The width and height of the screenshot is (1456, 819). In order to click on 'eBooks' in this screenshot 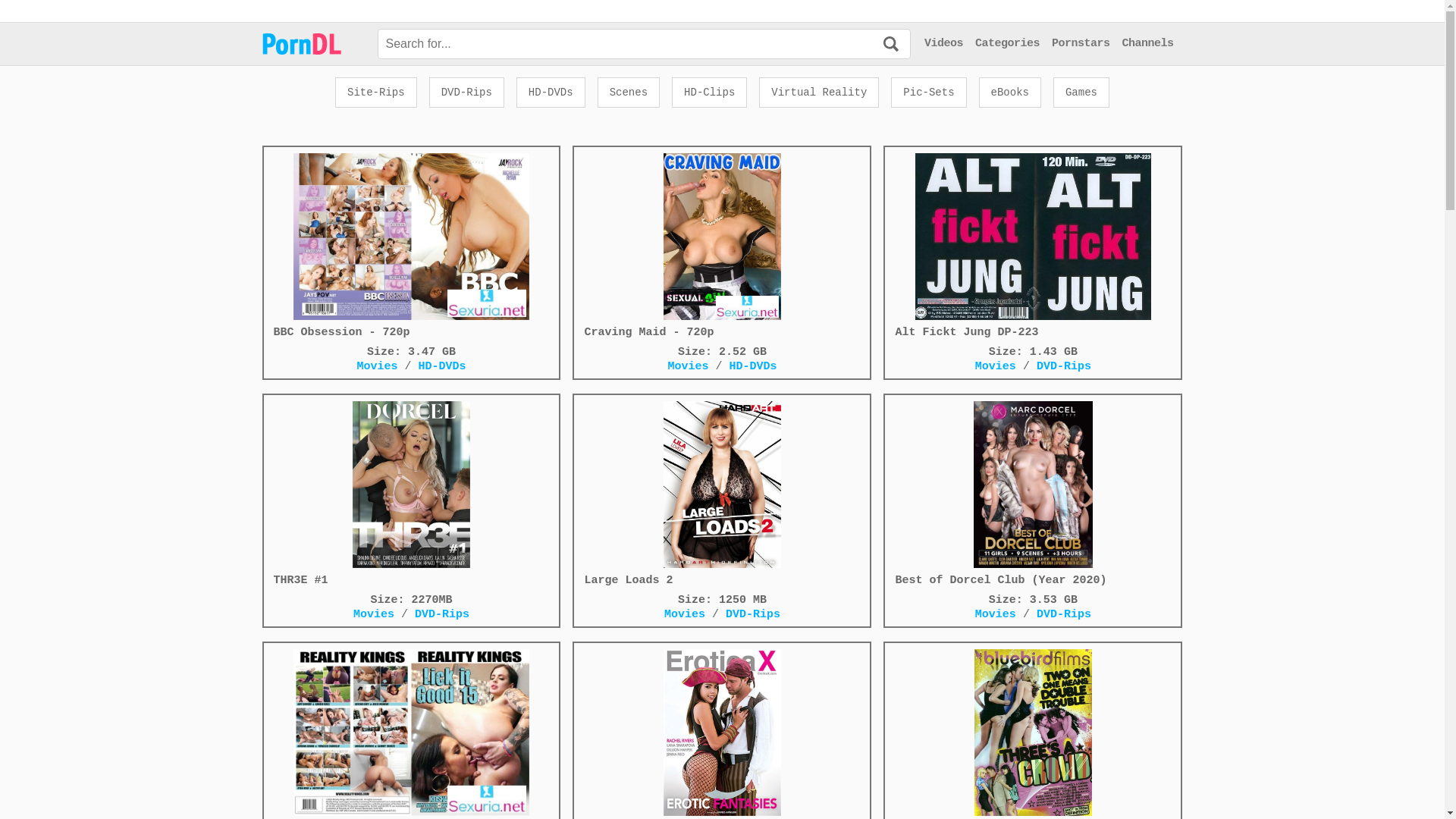, I will do `click(1009, 93)`.